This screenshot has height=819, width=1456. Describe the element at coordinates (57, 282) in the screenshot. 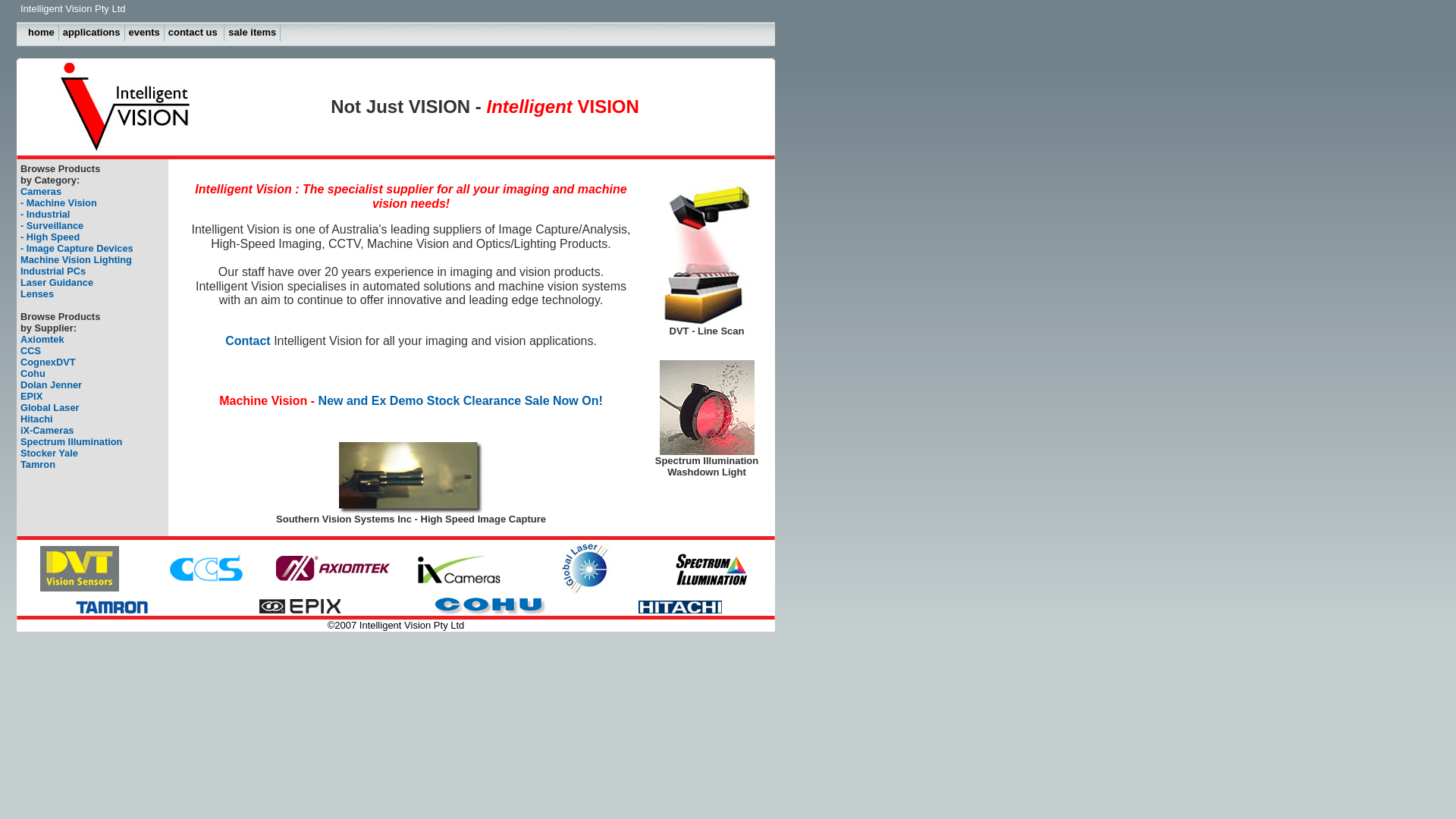

I see `'Laser Guidance'` at that location.